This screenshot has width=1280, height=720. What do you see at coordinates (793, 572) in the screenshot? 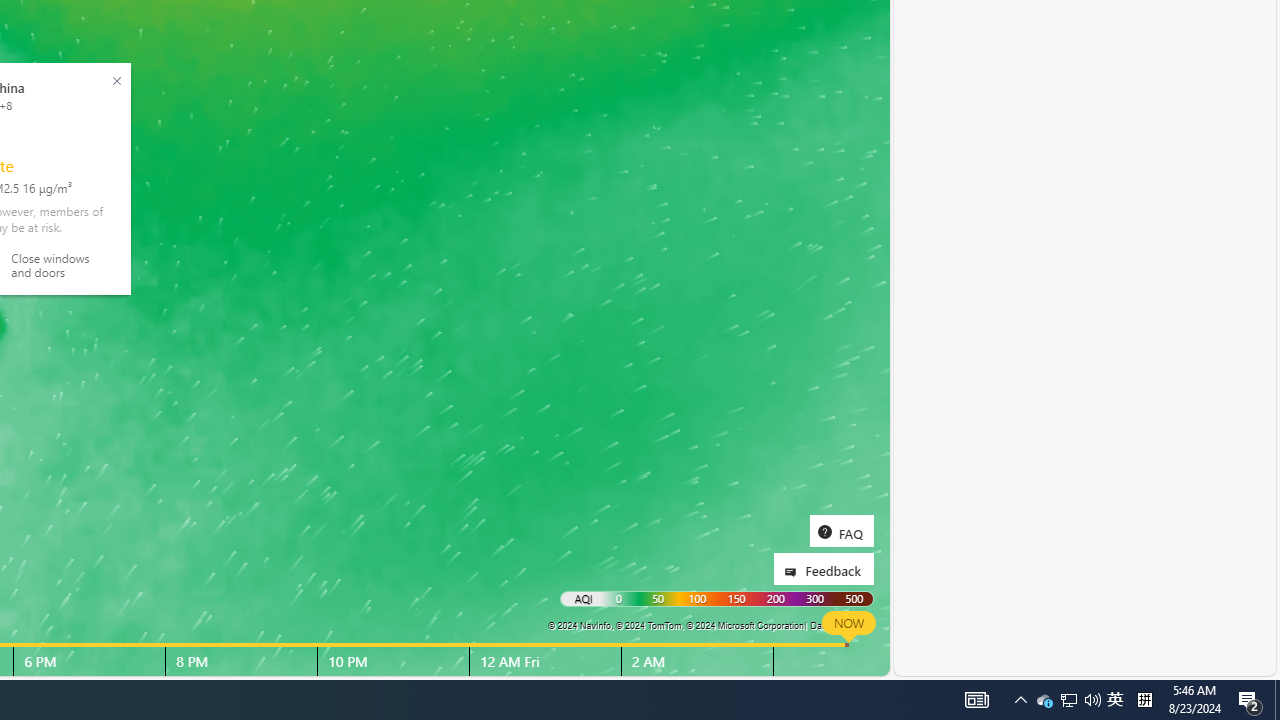
I see `'Class: feedback_link_icon-DS-EntryPoint1-1'` at bounding box center [793, 572].